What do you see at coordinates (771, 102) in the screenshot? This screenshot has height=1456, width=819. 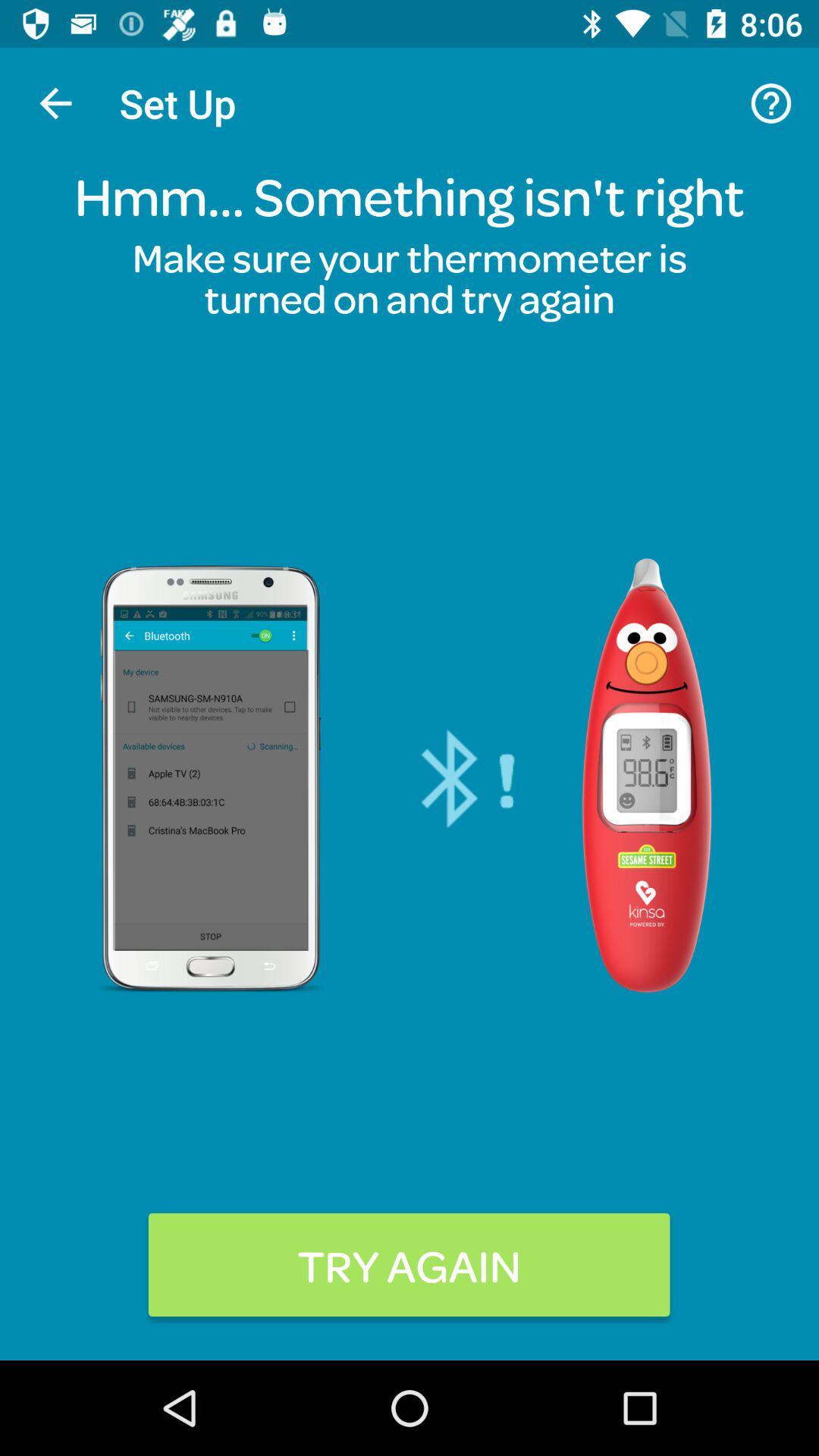 I see `item to the right of set up app` at bounding box center [771, 102].